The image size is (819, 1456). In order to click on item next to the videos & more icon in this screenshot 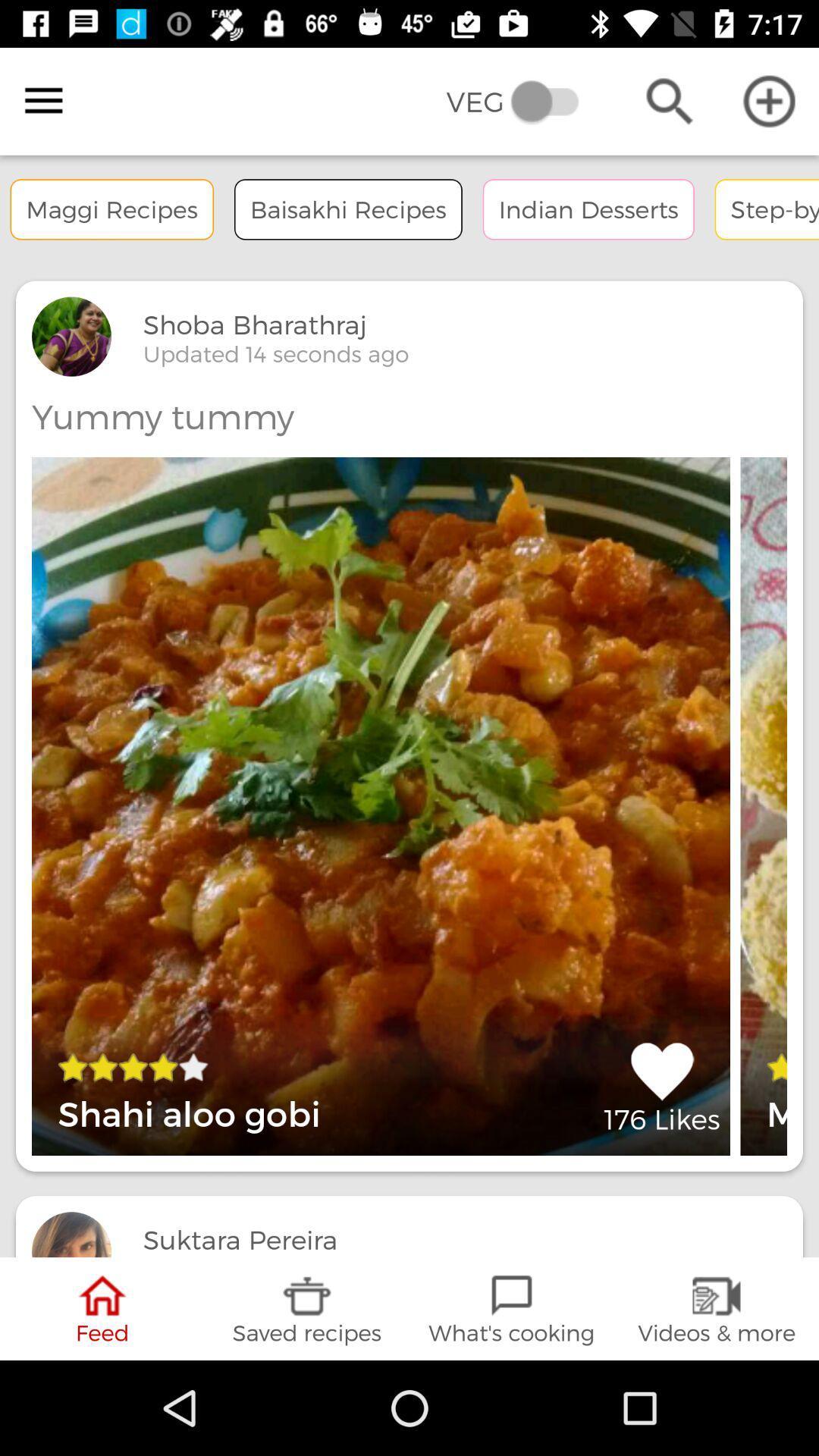, I will do `click(512, 1308)`.